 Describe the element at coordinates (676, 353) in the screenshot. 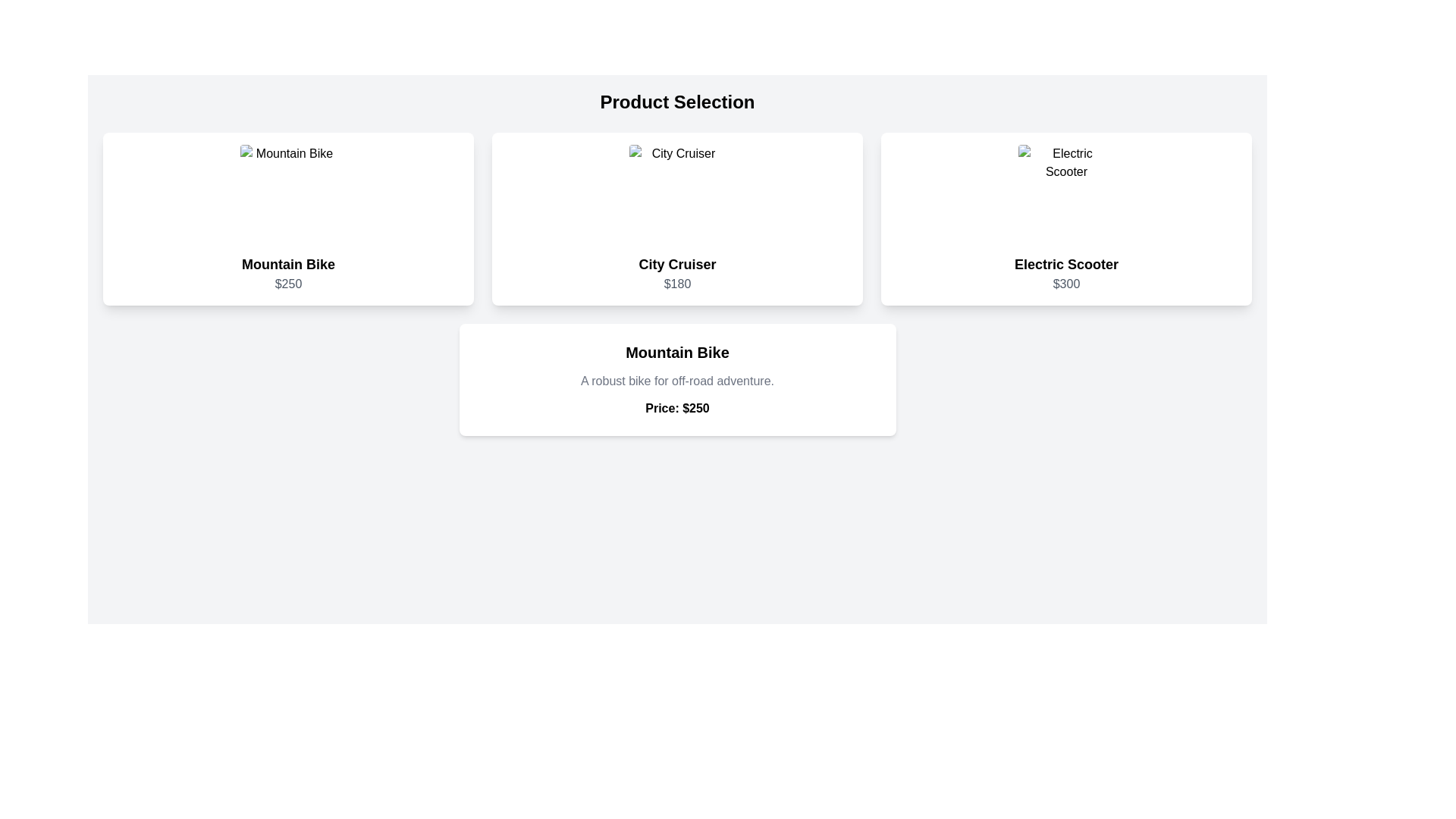

I see `the card containing the 'Mountain Bike' text heading, which is prominently displayed in bold at the top of the card structure` at that location.